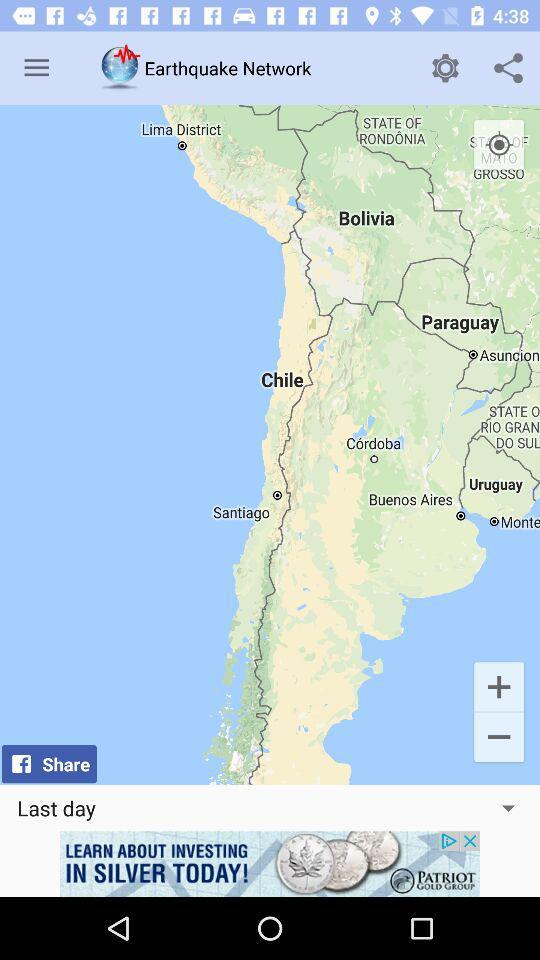 This screenshot has width=540, height=960. I want to click on the location_crosshair icon, so click(498, 144).